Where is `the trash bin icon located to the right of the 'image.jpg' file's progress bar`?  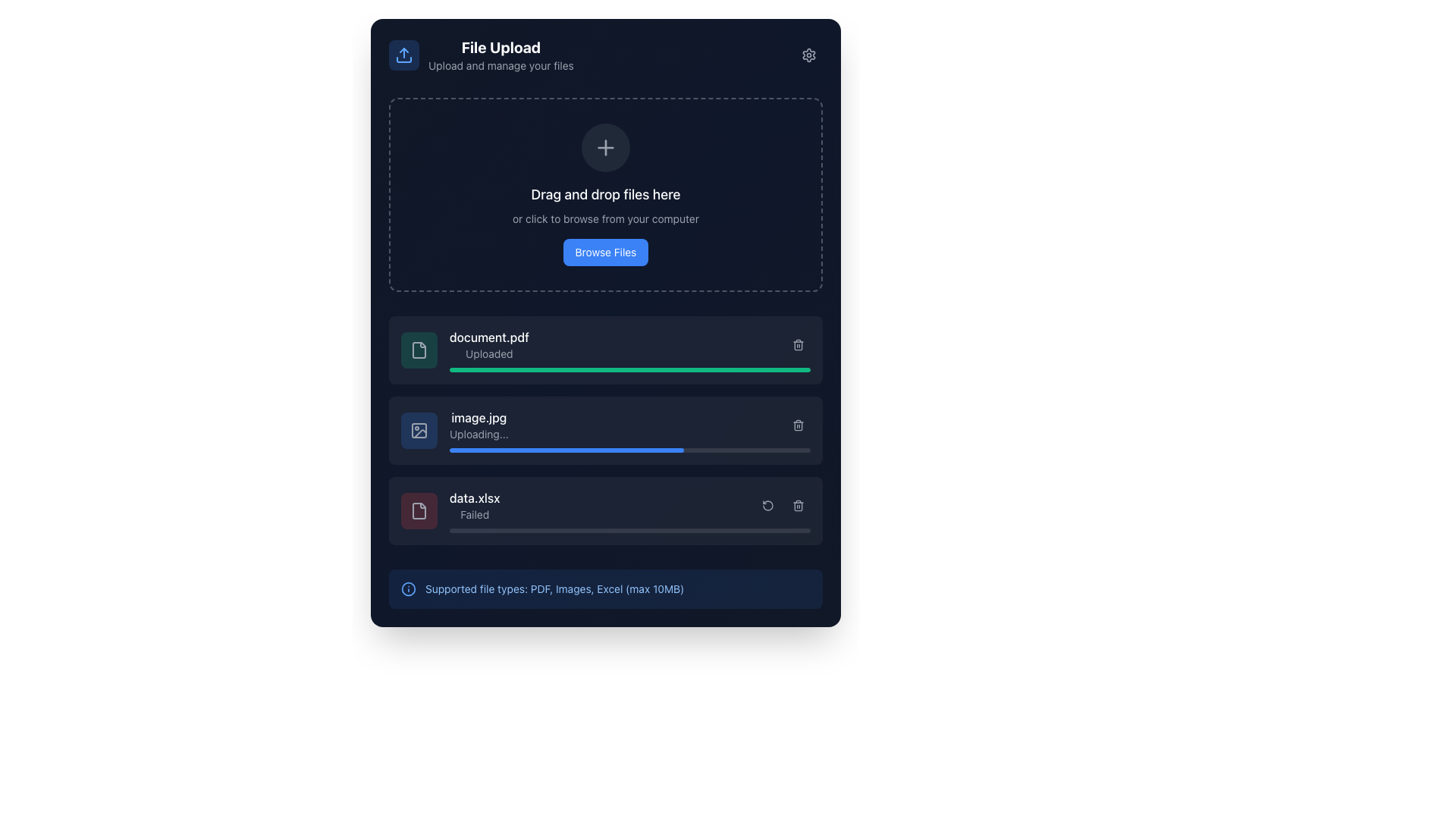 the trash bin icon located to the right of the 'image.jpg' file's progress bar is located at coordinates (797, 425).